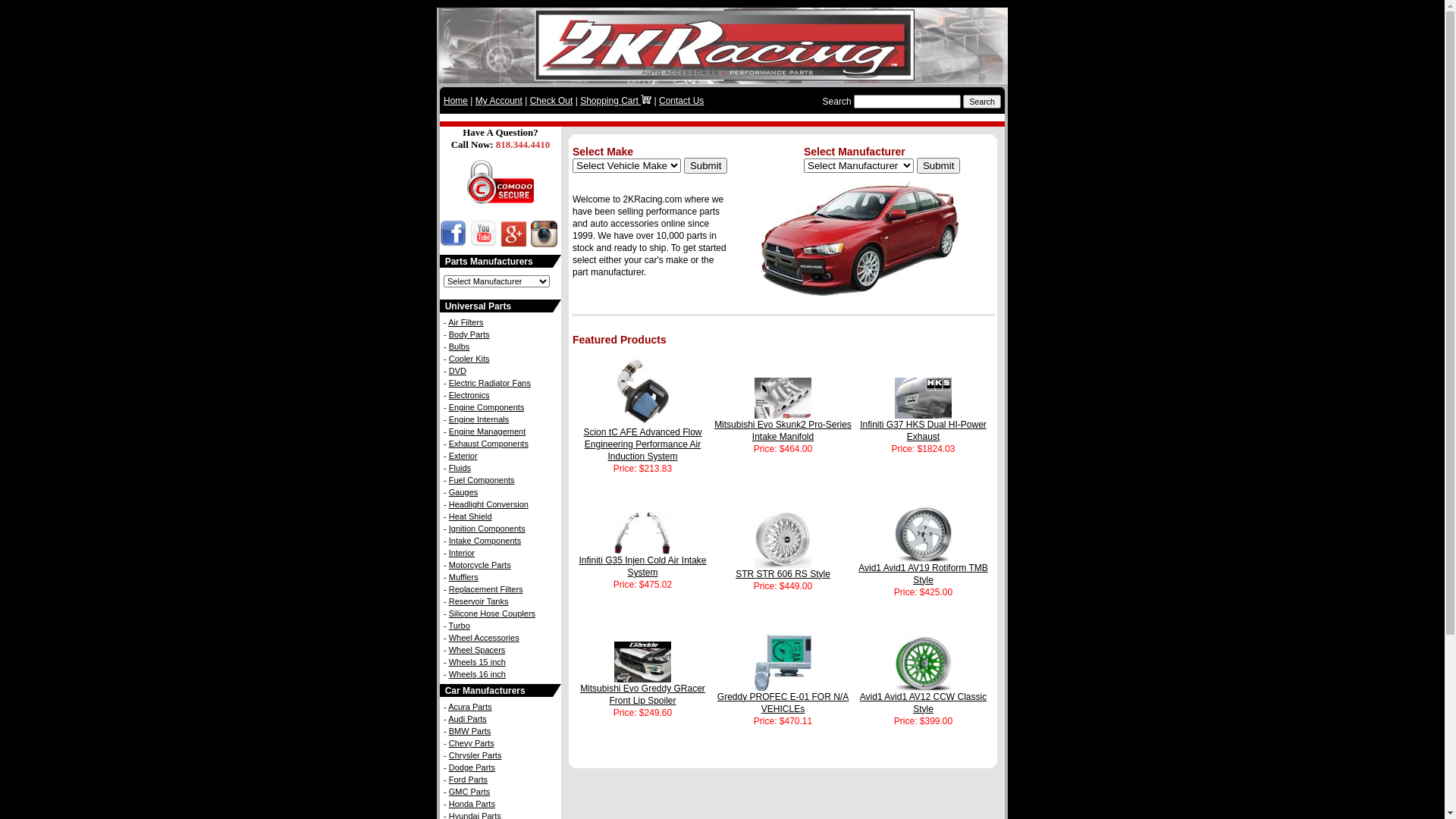 This screenshot has height=819, width=1456. I want to click on 'Gauges', so click(463, 491).